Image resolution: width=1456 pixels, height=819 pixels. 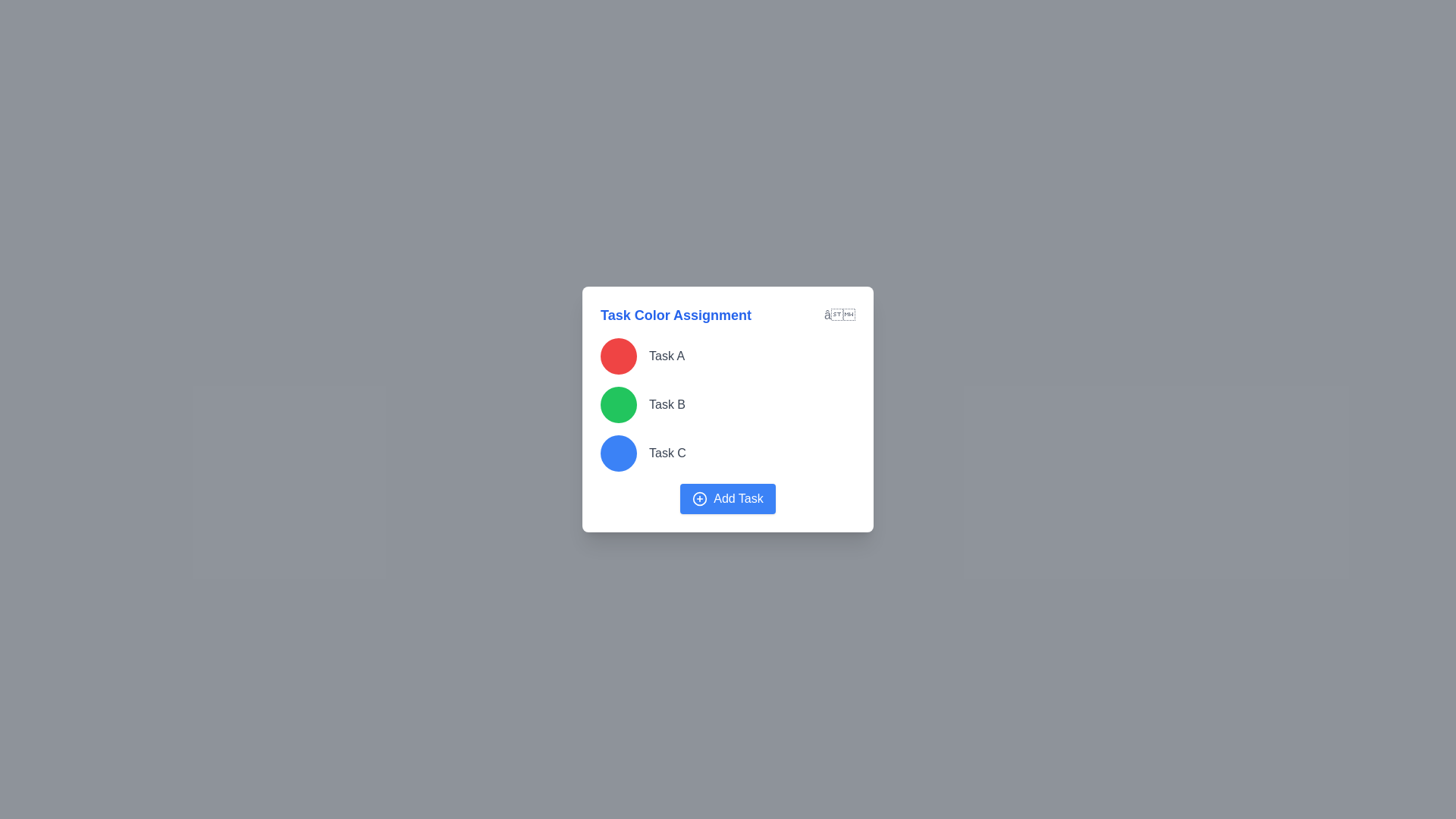 I want to click on the 'Add Task' button to initiate the task addition process, so click(x=728, y=499).